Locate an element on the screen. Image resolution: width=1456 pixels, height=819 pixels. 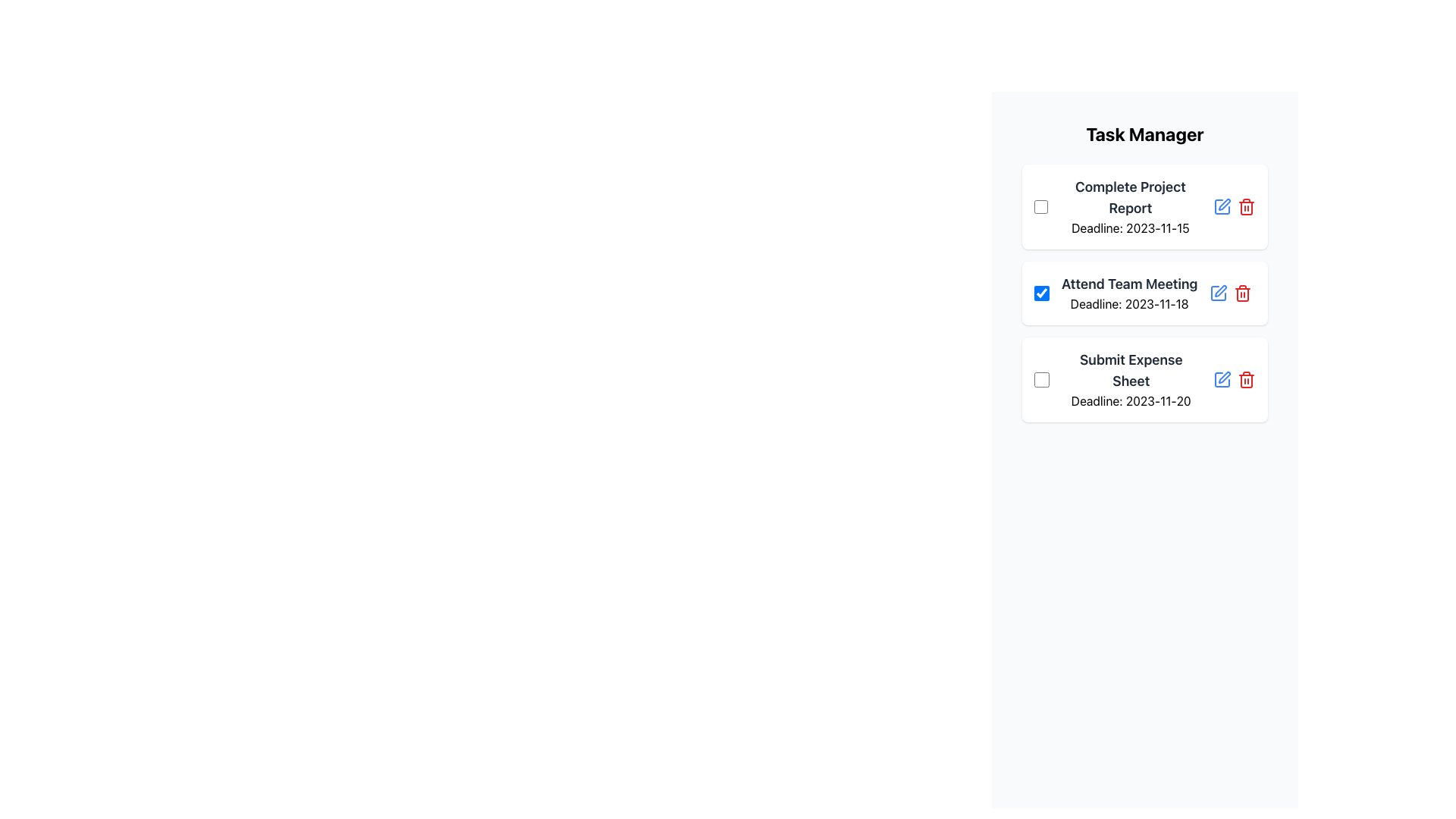
deadline information from the text label displaying 'Deadline: 2023-11-18', which is located in the second task block labeled 'Attend Team Meeting' is located at coordinates (1129, 304).